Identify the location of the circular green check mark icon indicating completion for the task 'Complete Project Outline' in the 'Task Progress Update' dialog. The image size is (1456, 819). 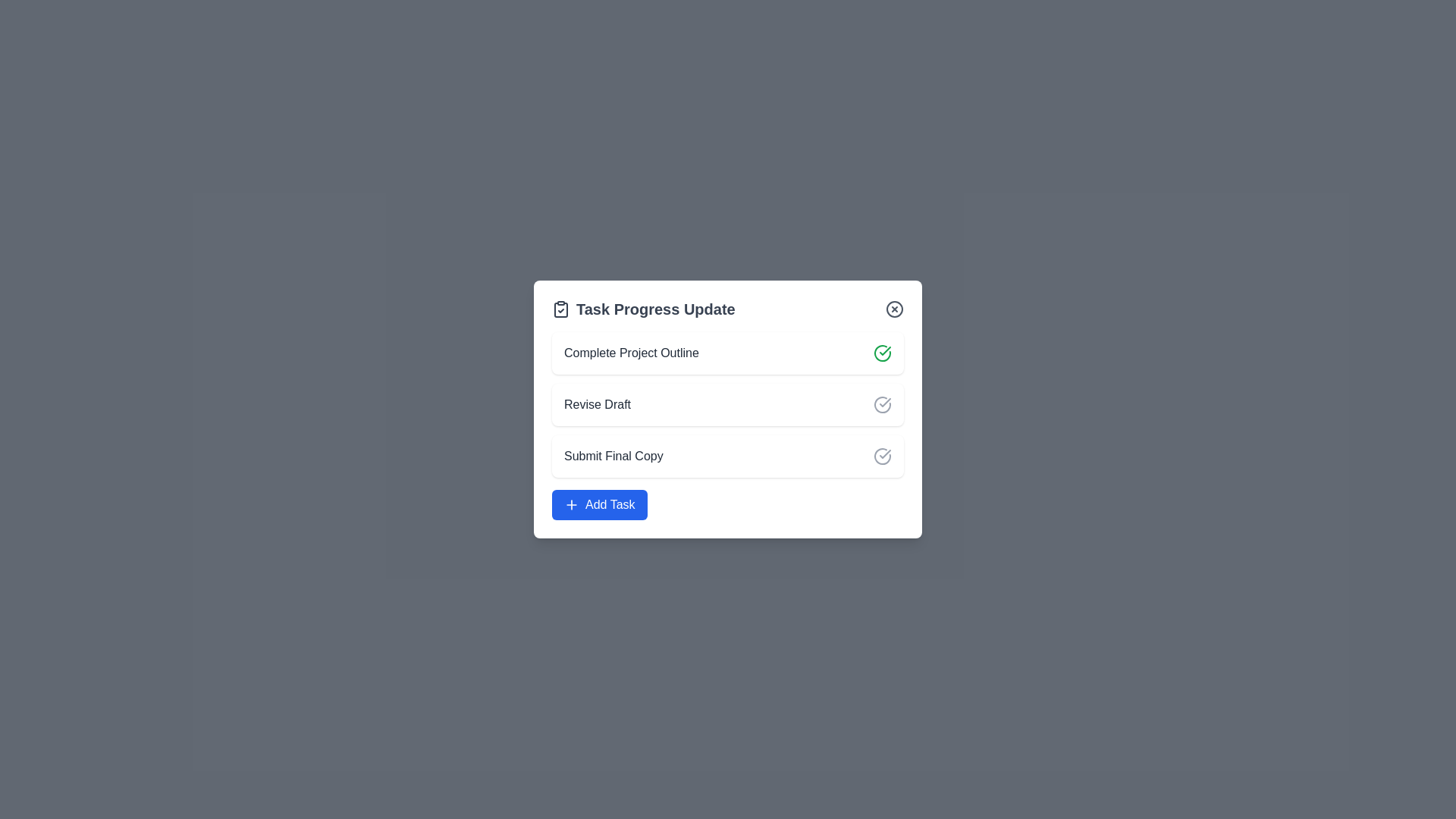
(882, 353).